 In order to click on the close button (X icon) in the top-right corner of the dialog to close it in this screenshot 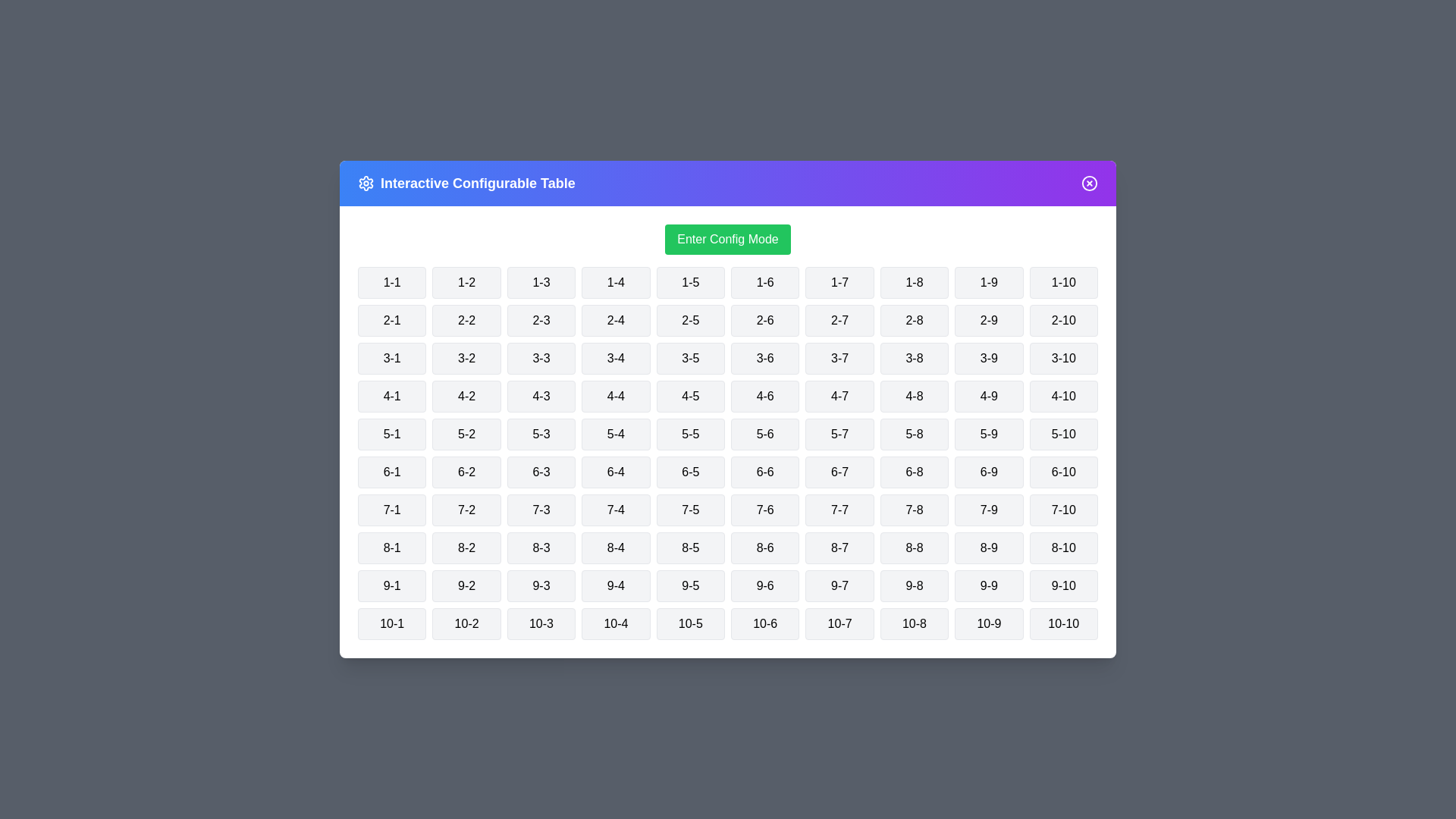, I will do `click(1088, 183)`.